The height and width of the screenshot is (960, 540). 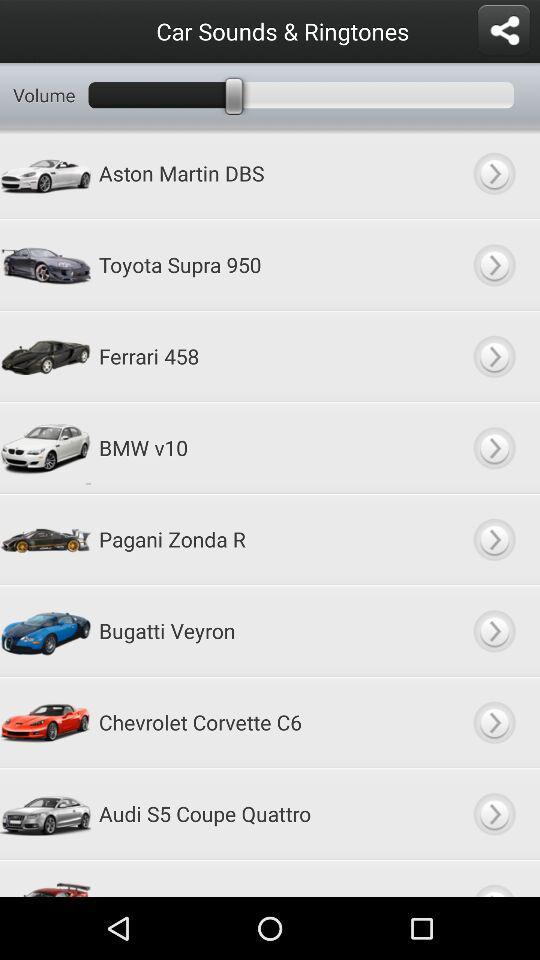 What do you see at coordinates (493, 538) in the screenshot?
I see `the car sounds` at bounding box center [493, 538].